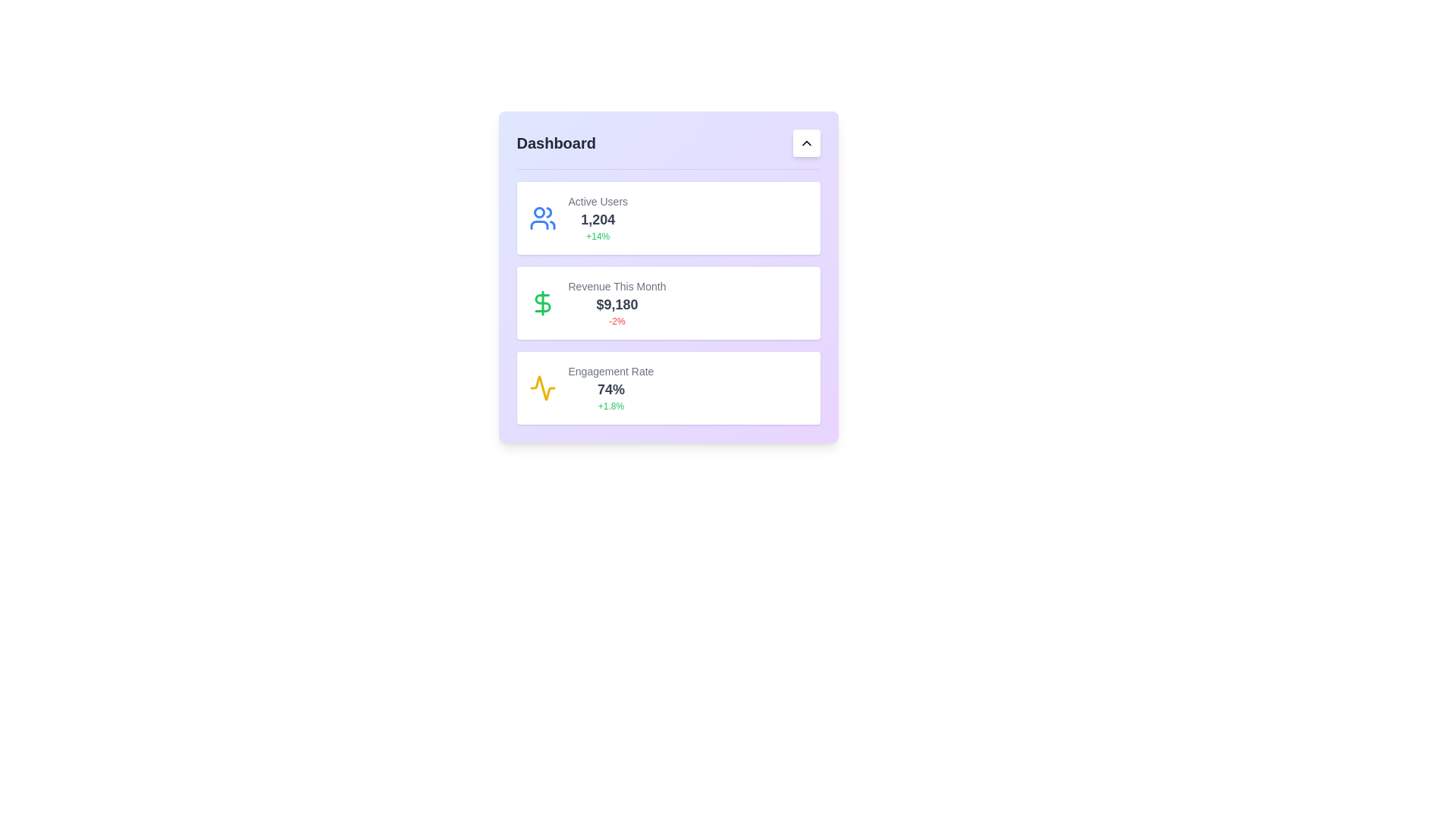 This screenshot has width=1456, height=819. What do you see at coordinates (597, 219) in the screenshot?
I see `the Text Display that shows the numerical value '1,204', which is located within the card titled 'Active Users' and styled in a bold, large dark gray font` at bounding box center [597, 219].